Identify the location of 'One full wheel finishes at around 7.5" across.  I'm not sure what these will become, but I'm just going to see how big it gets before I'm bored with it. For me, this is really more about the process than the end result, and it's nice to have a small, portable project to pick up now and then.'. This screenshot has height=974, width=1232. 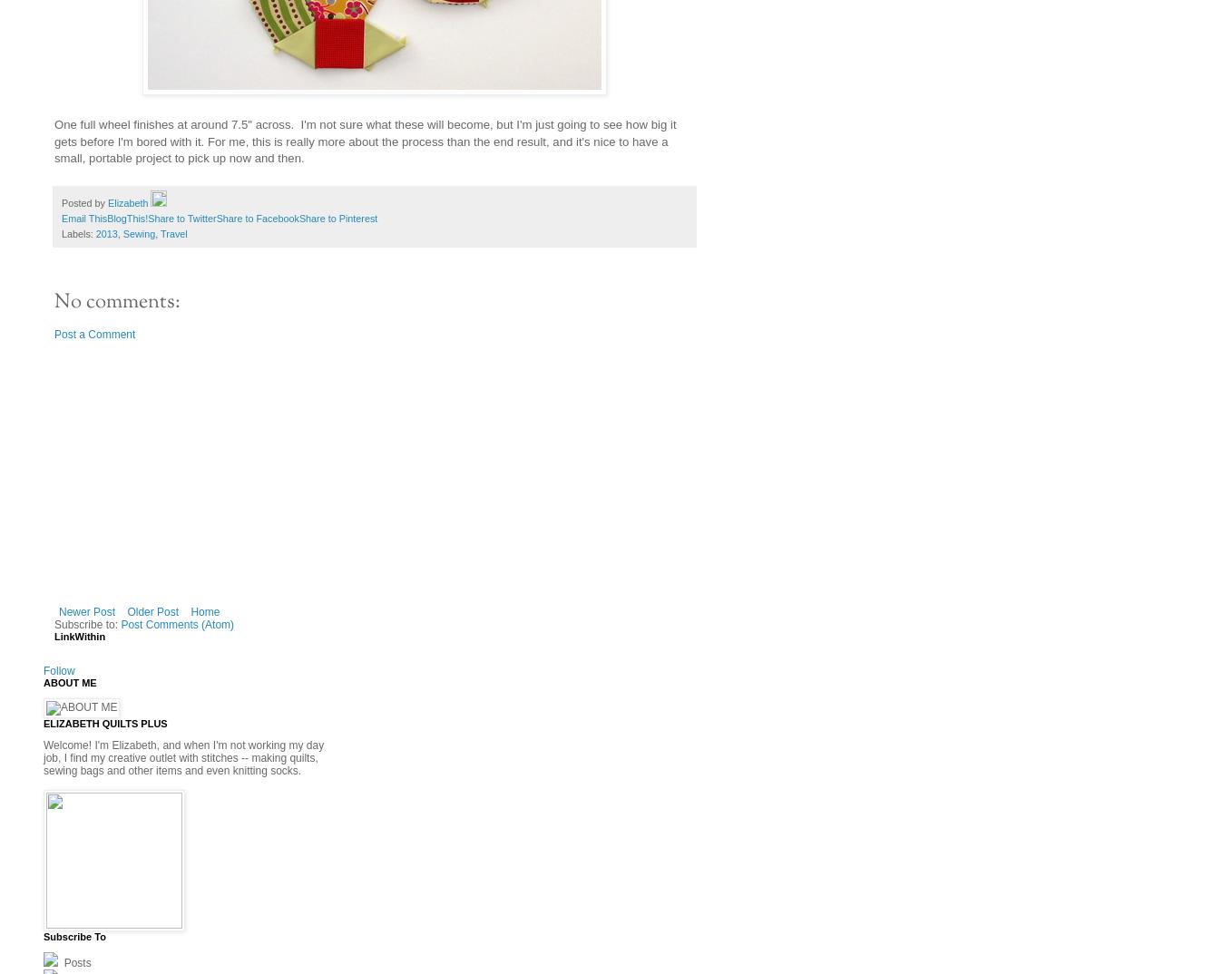
(54, 141).